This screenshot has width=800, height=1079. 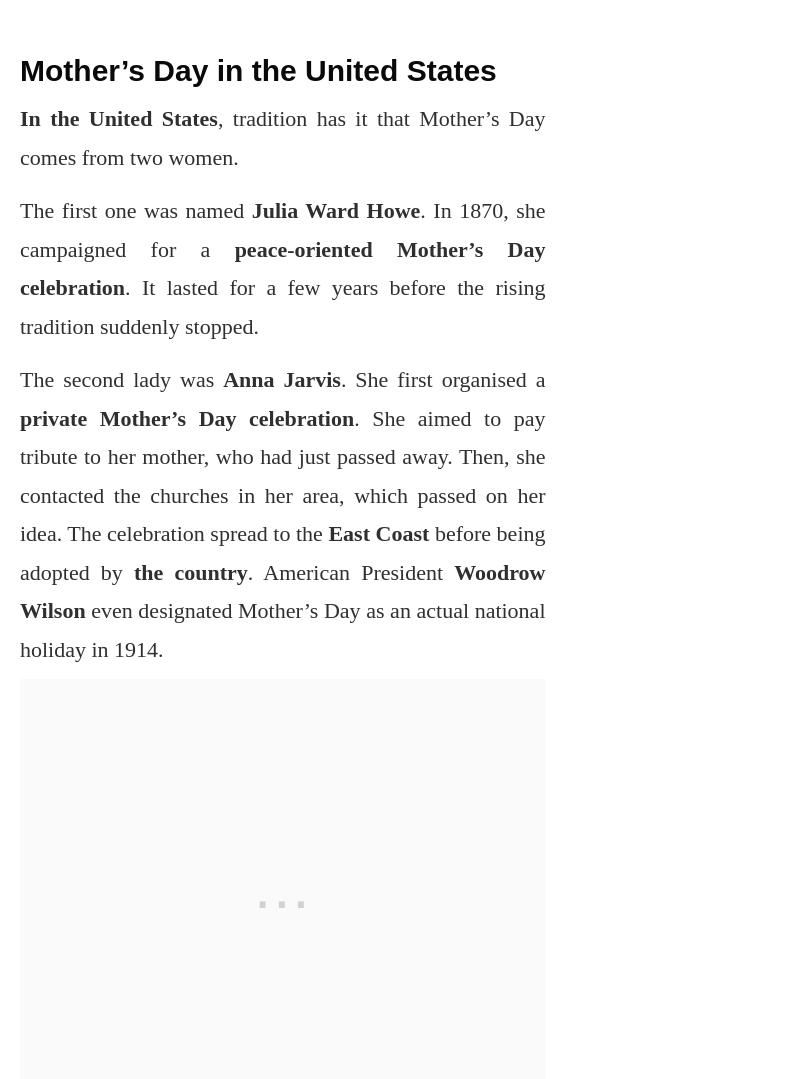 What do you see at coordinates (441, 378) in the screenshot?
I see `'. She first organised a'` at bounding box center [441, 378].